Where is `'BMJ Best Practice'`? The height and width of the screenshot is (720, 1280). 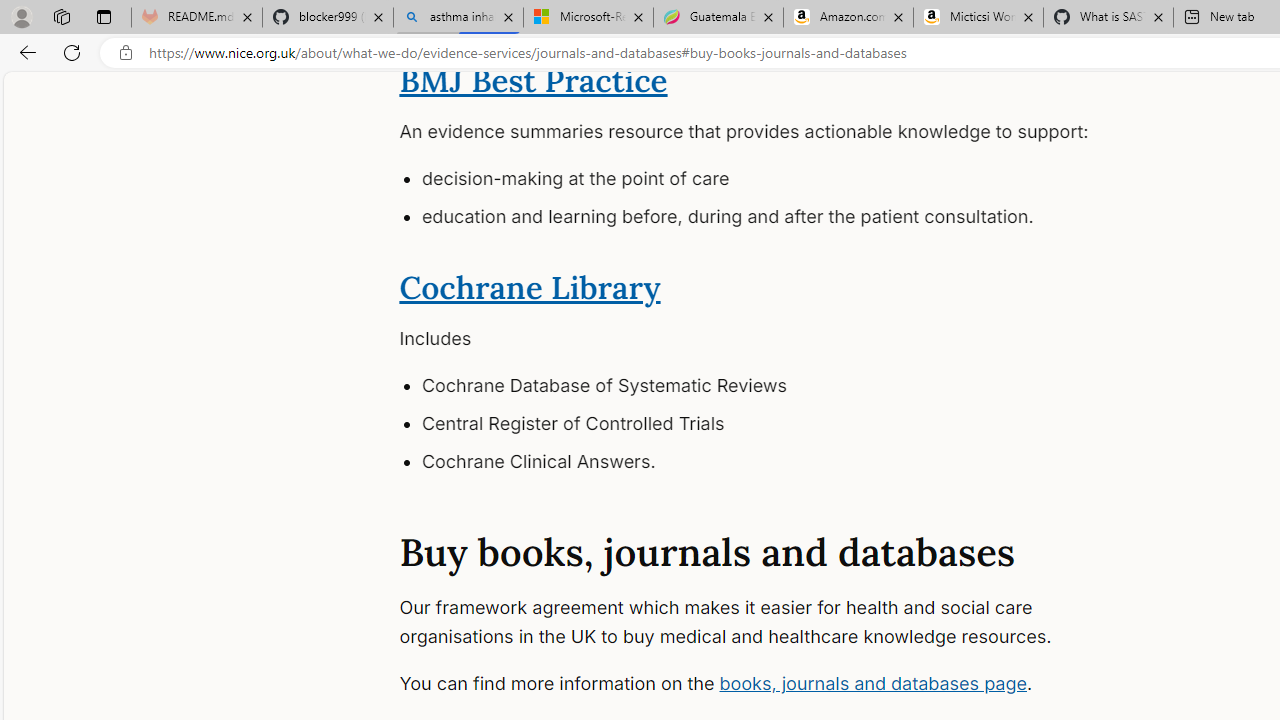
'BMJ Best Practice' is located at coordinates (533, 80).